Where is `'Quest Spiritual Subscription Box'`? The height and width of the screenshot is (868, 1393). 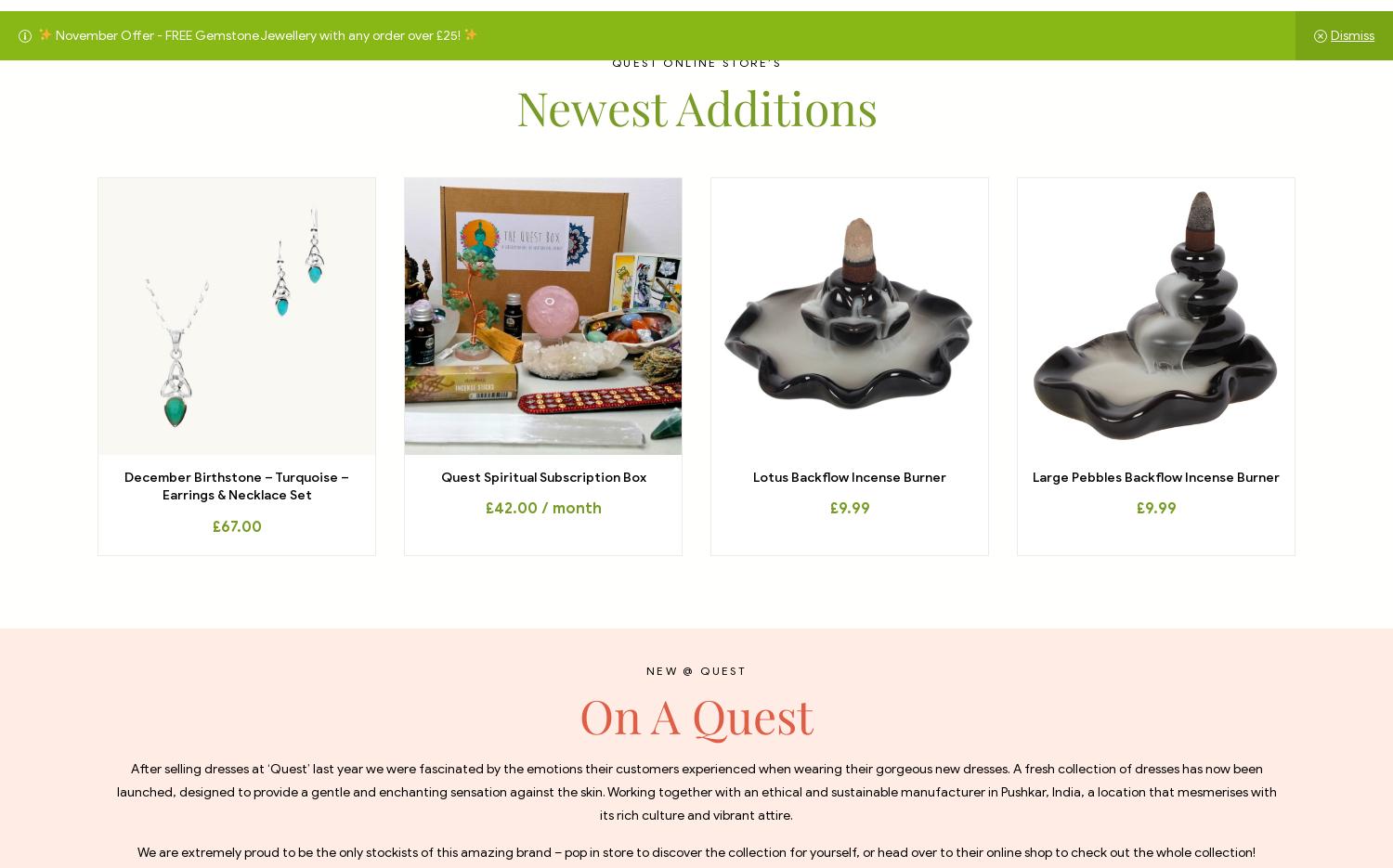
'Quest Spiritual Subscription Box' is located at coordinates (541, 475).